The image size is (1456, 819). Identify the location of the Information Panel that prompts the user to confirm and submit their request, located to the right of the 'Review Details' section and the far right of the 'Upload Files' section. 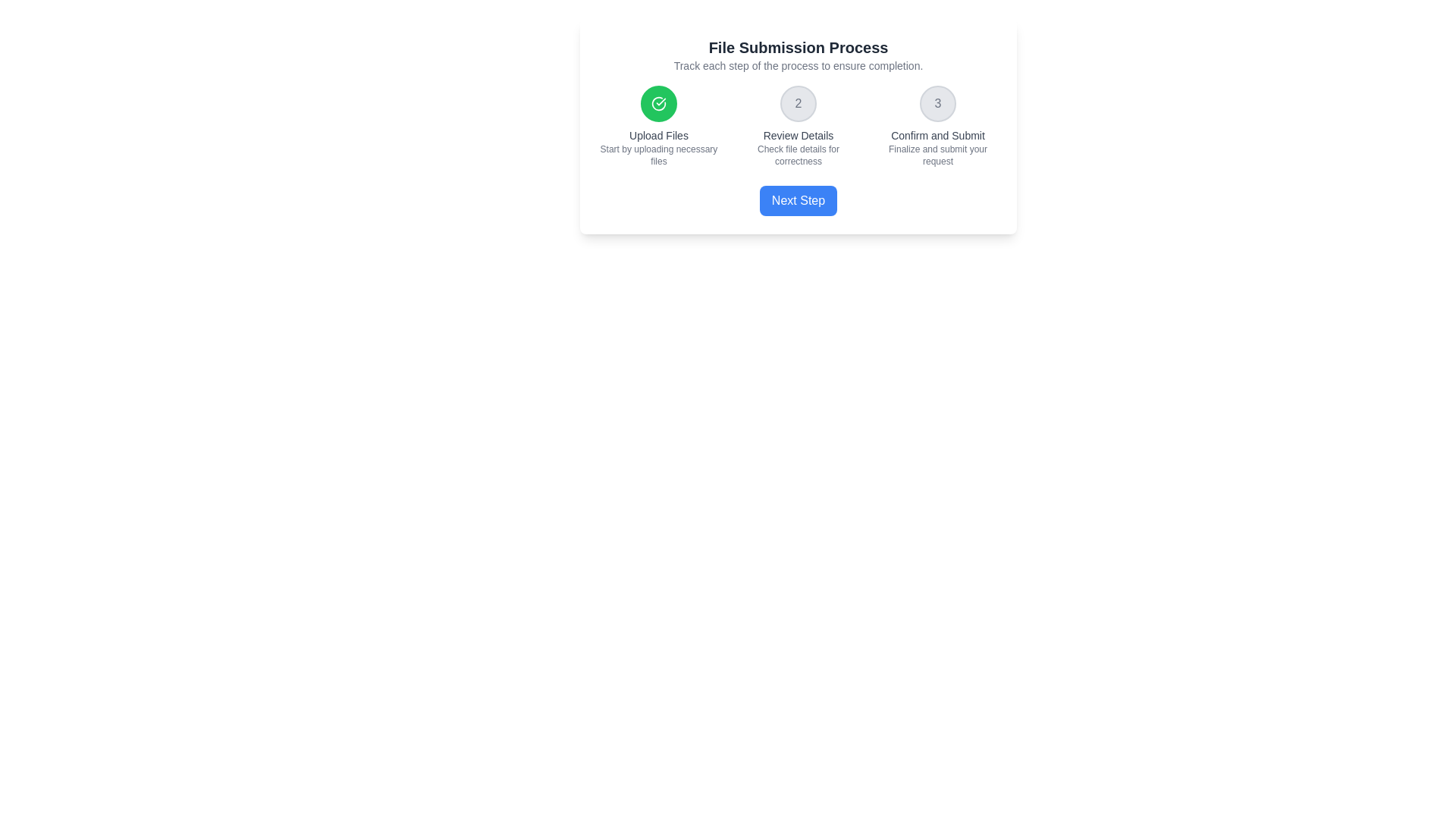
(937, 125).